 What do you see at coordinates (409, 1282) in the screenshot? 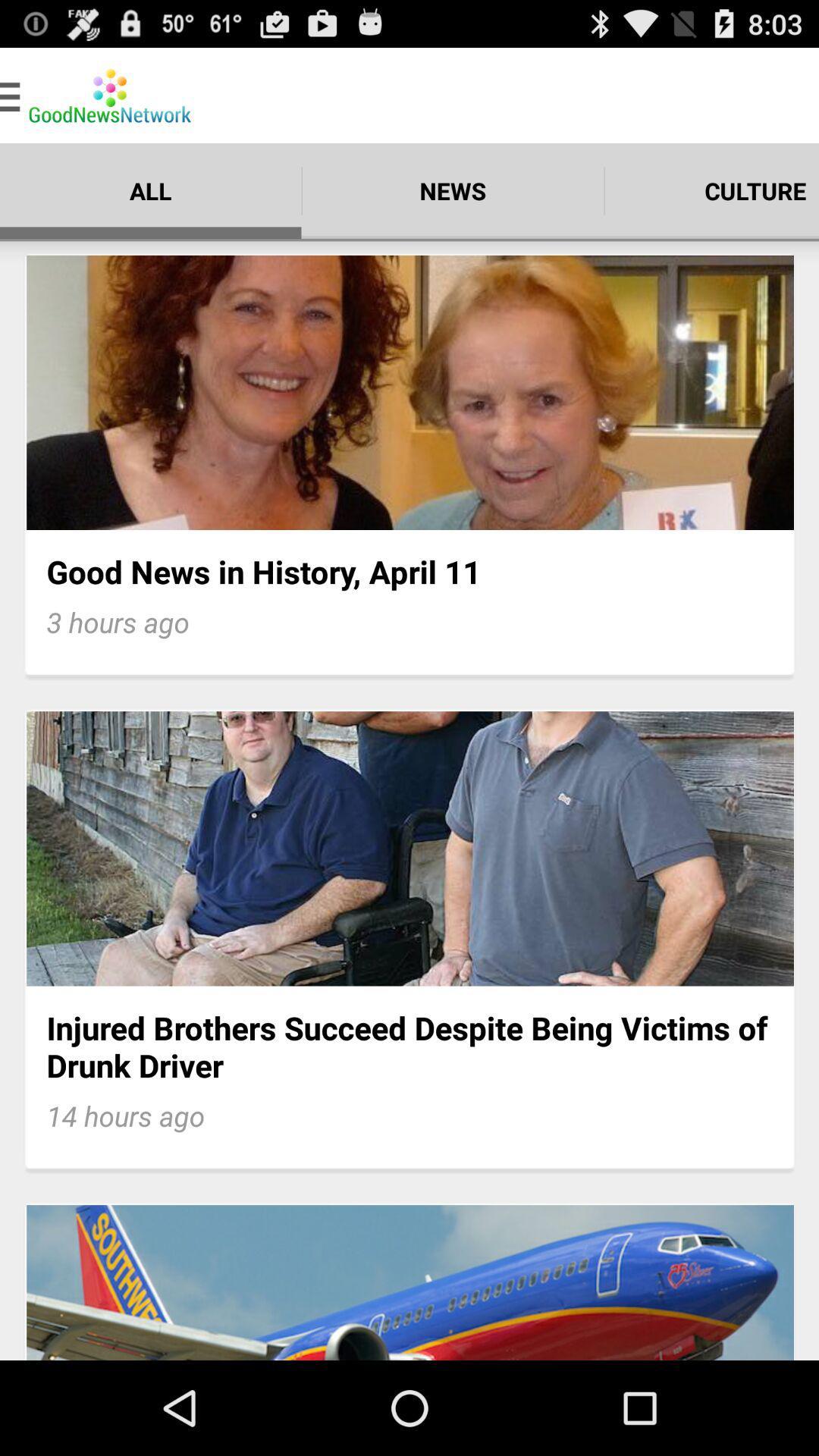
I see `third image` at bounding box center [409, 1282].